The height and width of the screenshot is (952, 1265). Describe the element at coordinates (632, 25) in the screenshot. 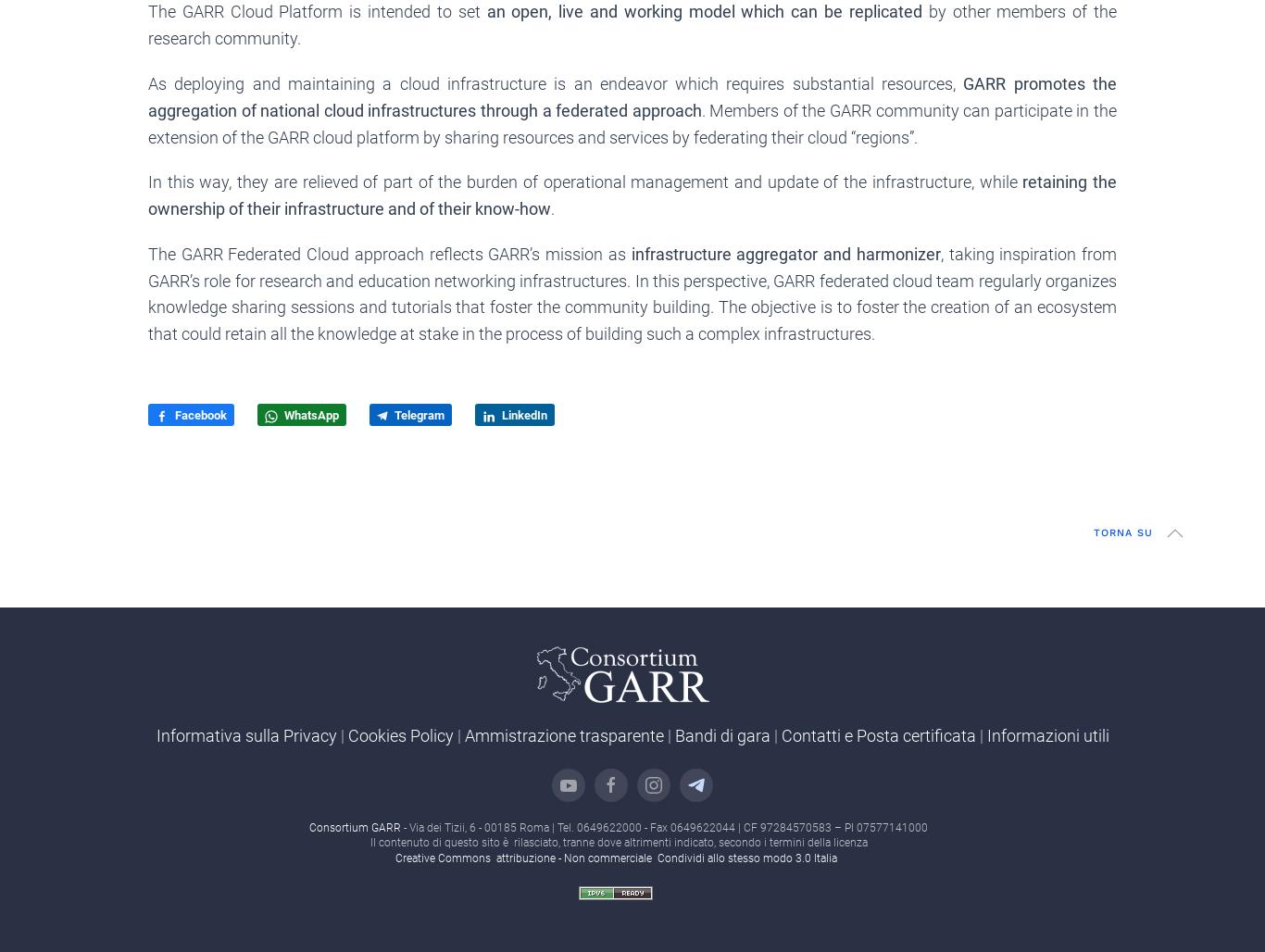

I see `'by other members of the research community.'` at that location.